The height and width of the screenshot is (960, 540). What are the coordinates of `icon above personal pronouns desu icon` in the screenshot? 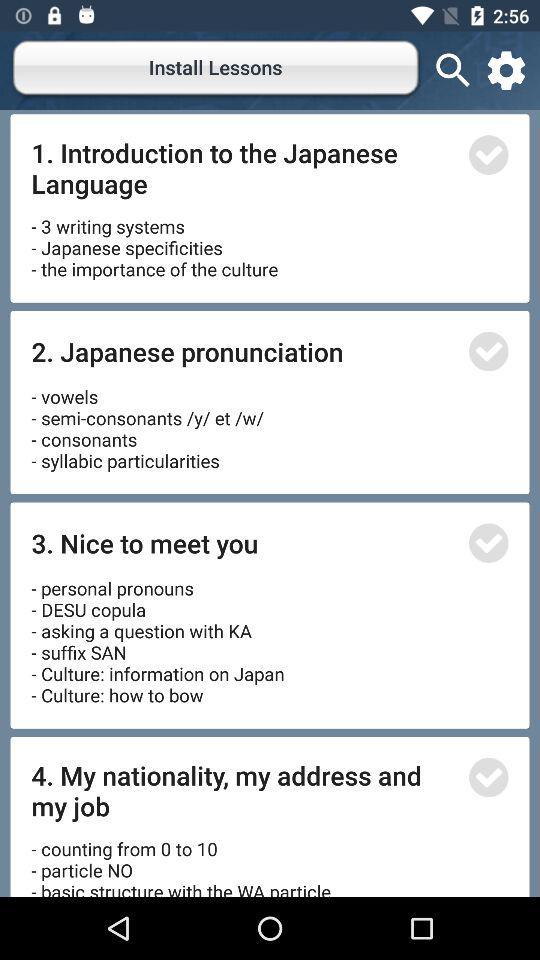 It's located at (243, 543).